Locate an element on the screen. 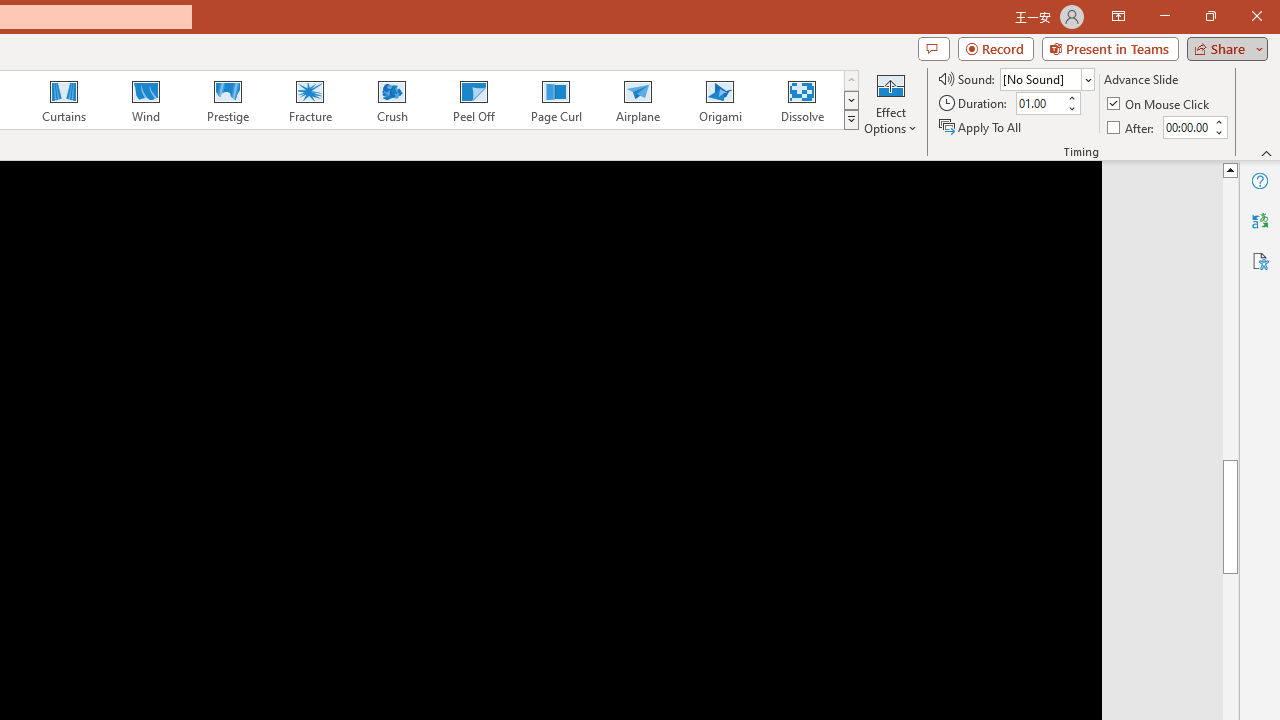  'Apply To All' is located at coordinates (981, 127).